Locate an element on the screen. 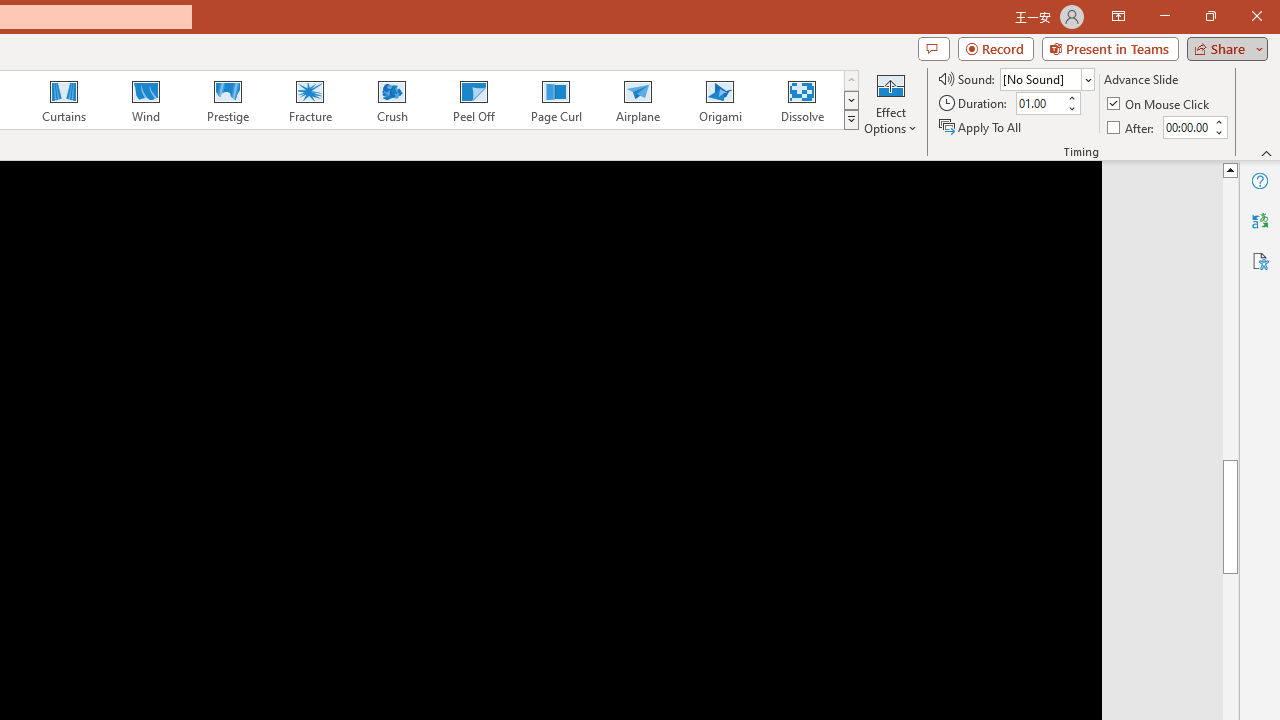  'Apply To All' is located at coordinates (981, 127).